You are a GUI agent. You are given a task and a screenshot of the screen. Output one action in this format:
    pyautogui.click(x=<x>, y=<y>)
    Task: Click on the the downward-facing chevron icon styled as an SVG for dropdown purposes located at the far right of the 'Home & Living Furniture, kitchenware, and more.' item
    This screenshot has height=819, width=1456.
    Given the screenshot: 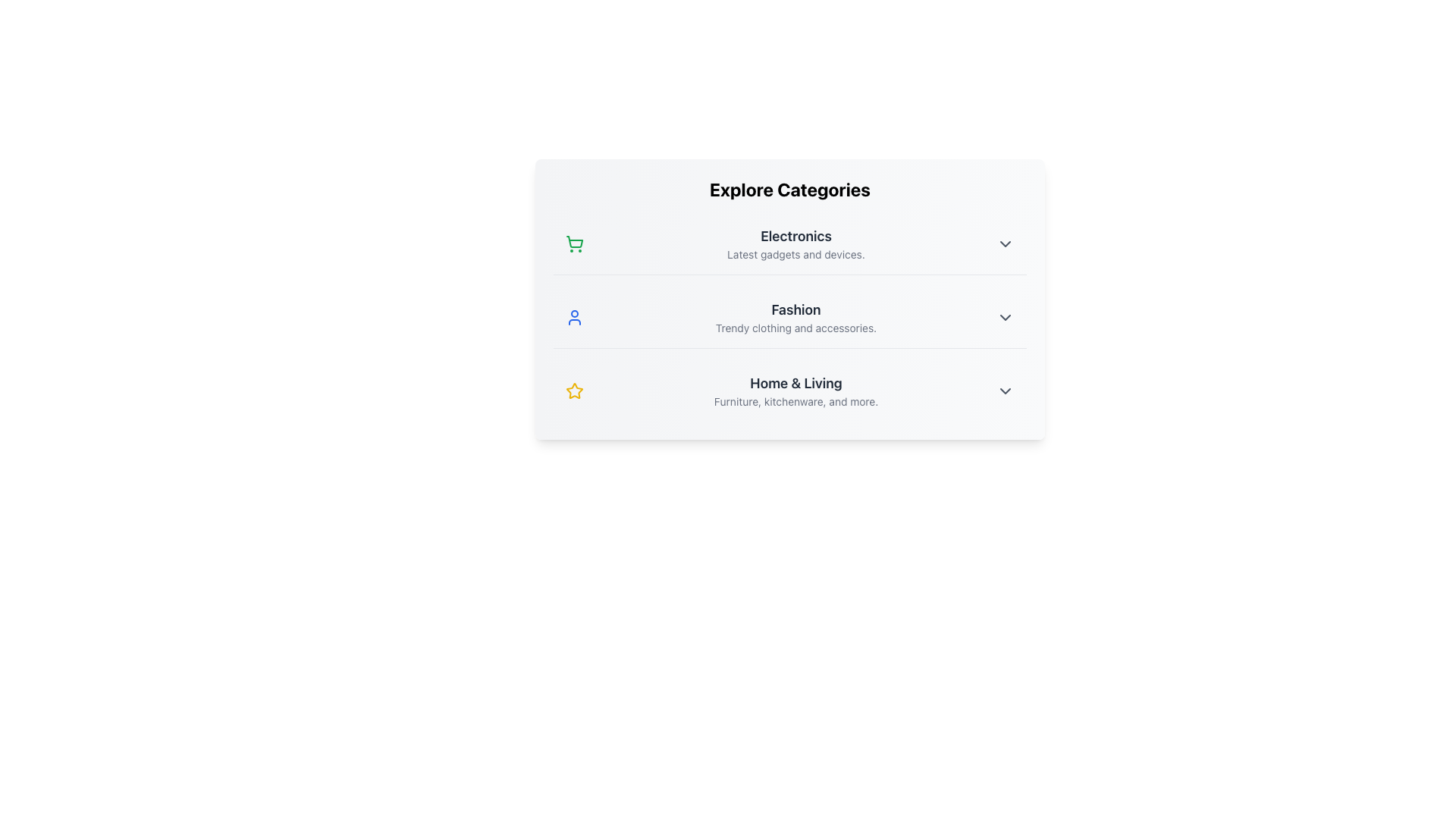 What is the action you would take?
    pyautogui.click(x=1005, y=391)
    